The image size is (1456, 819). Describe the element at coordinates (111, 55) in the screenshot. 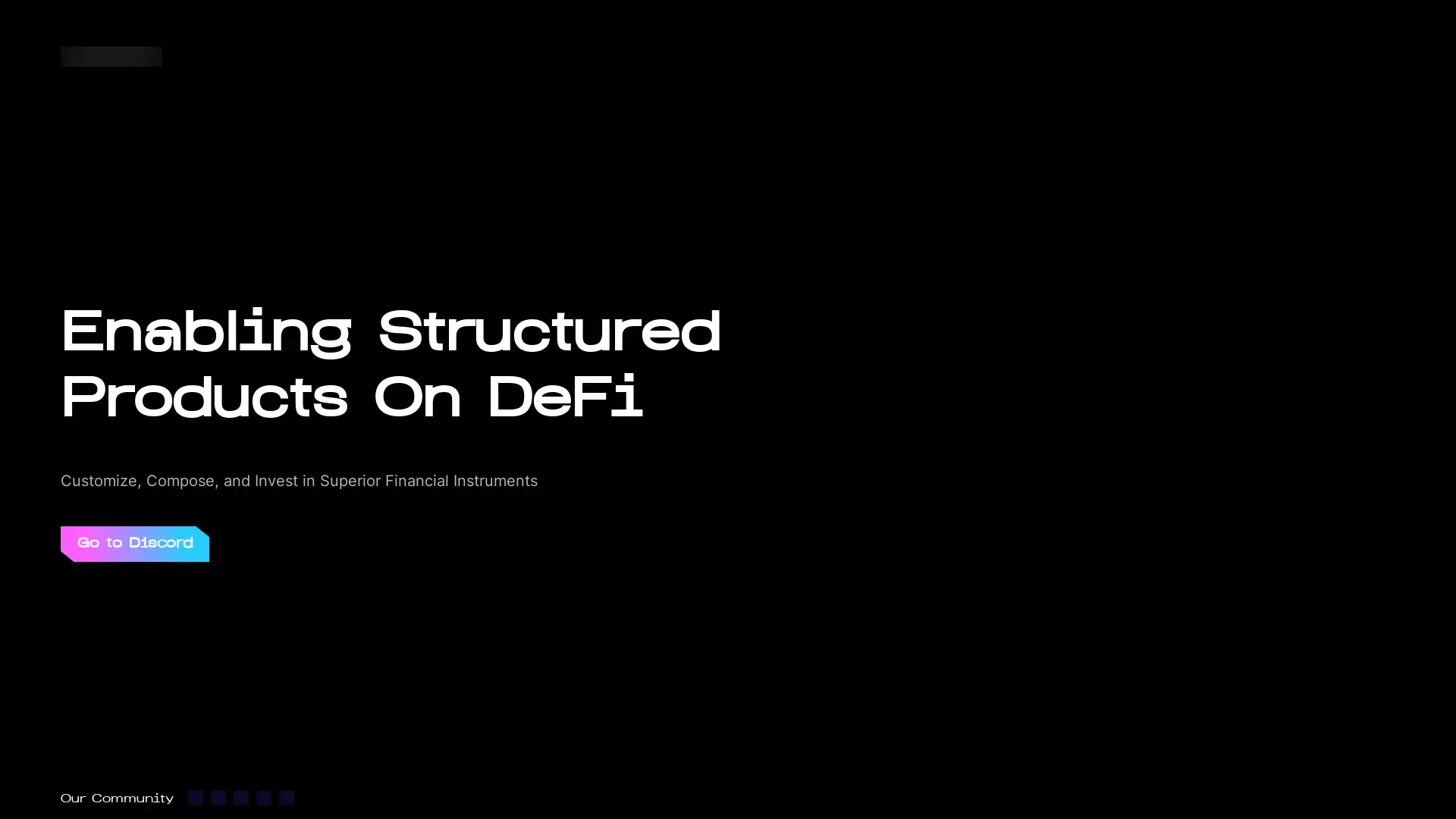

I see `Struct Logo` at that location.